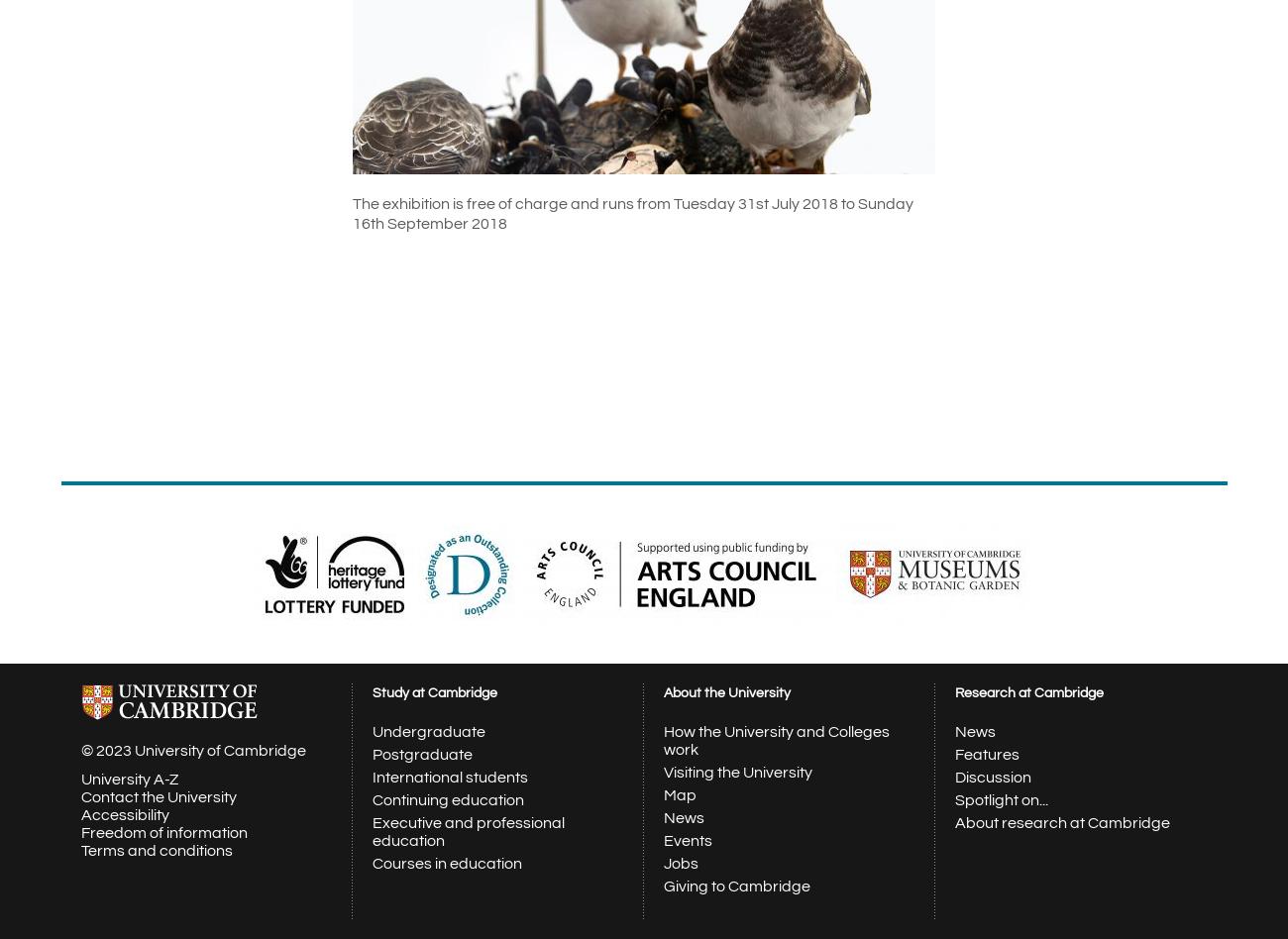 This screenshot has height=939, width=1288. I want to click on 'About the University', so click(663, 692).